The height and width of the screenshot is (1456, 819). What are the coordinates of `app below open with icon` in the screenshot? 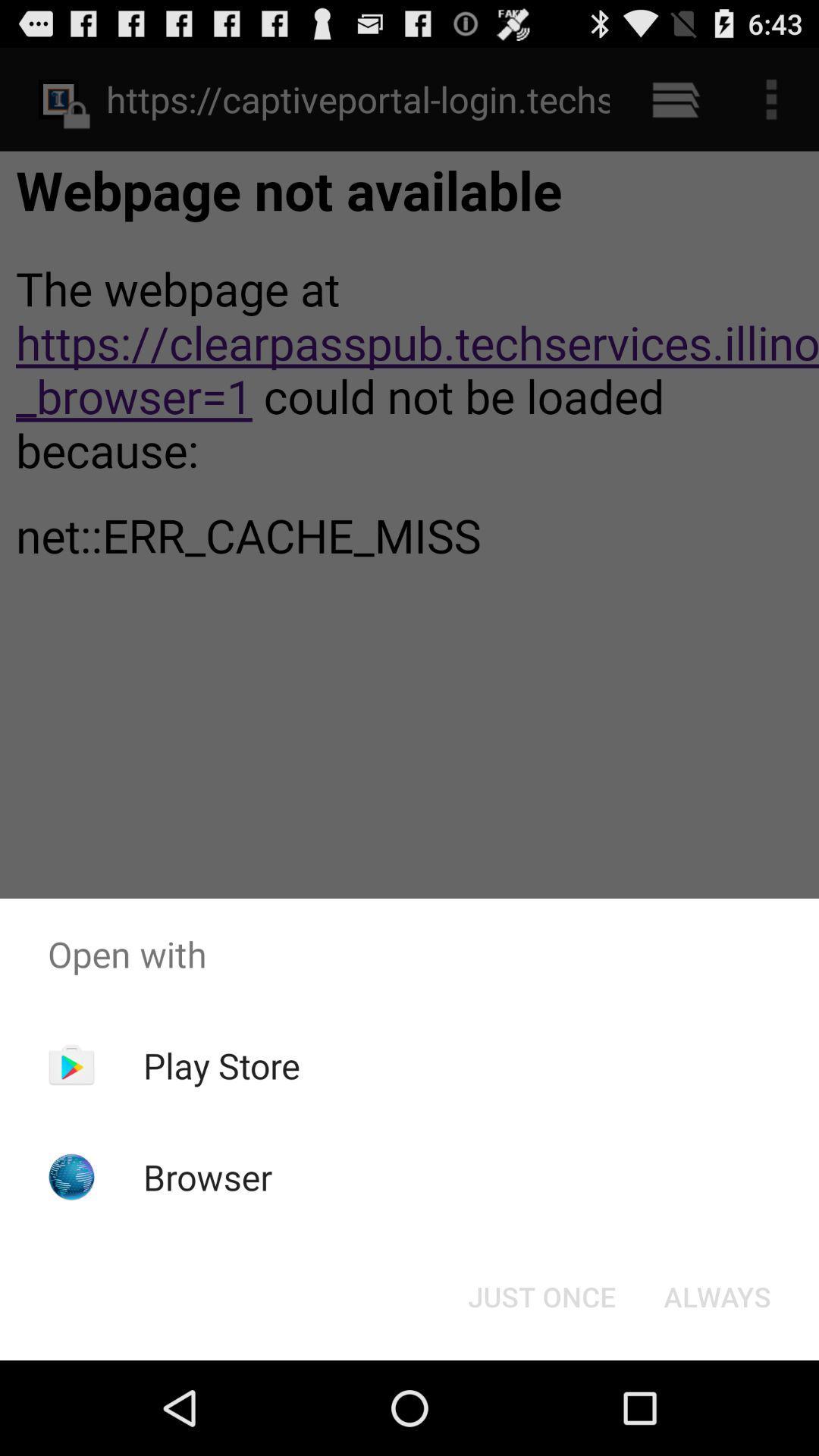 It's located at (717, 1295).